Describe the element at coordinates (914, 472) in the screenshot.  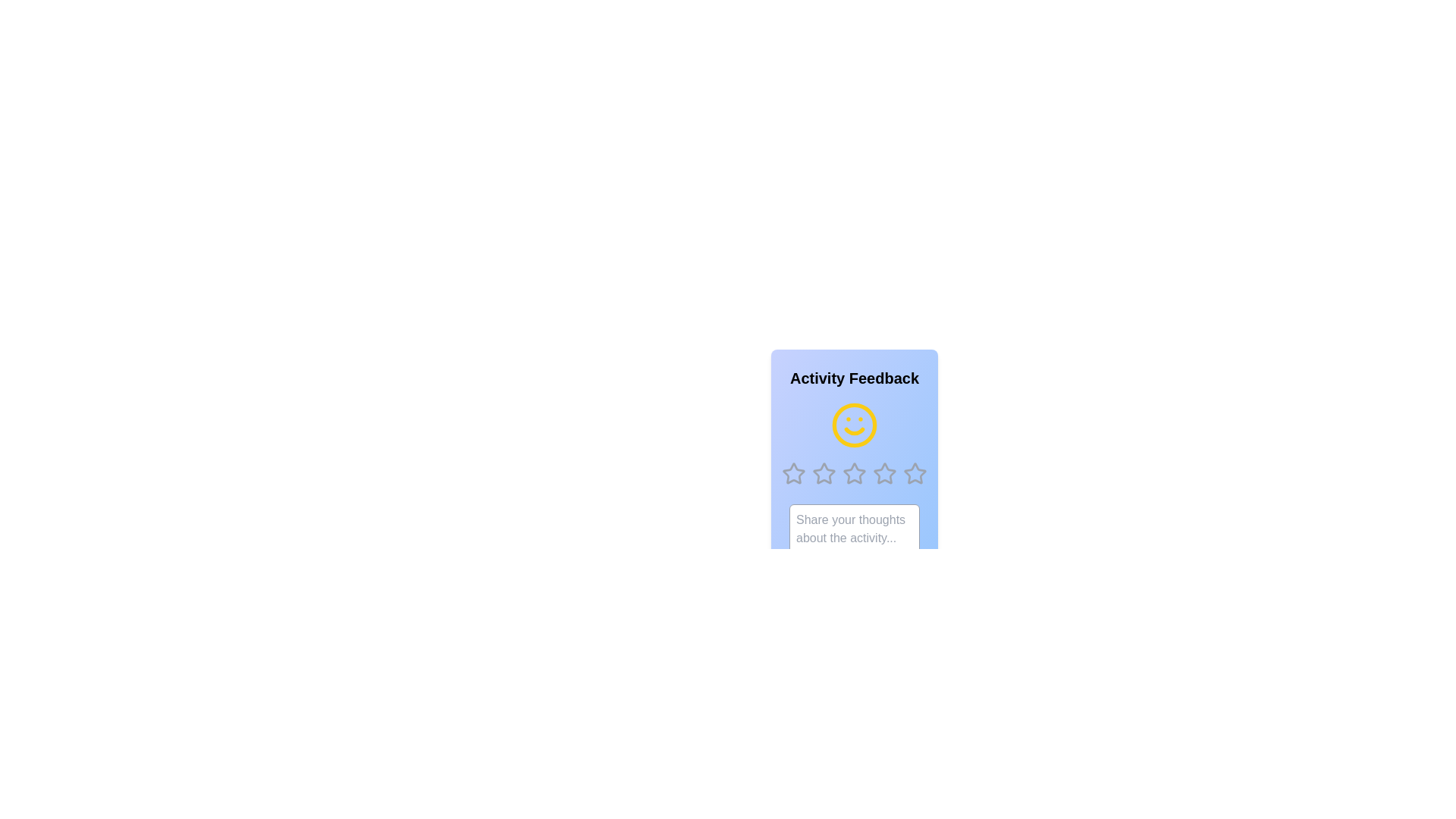
I see `the cursor over the fifth star icon in the horizontal array of rating stars` at that location.